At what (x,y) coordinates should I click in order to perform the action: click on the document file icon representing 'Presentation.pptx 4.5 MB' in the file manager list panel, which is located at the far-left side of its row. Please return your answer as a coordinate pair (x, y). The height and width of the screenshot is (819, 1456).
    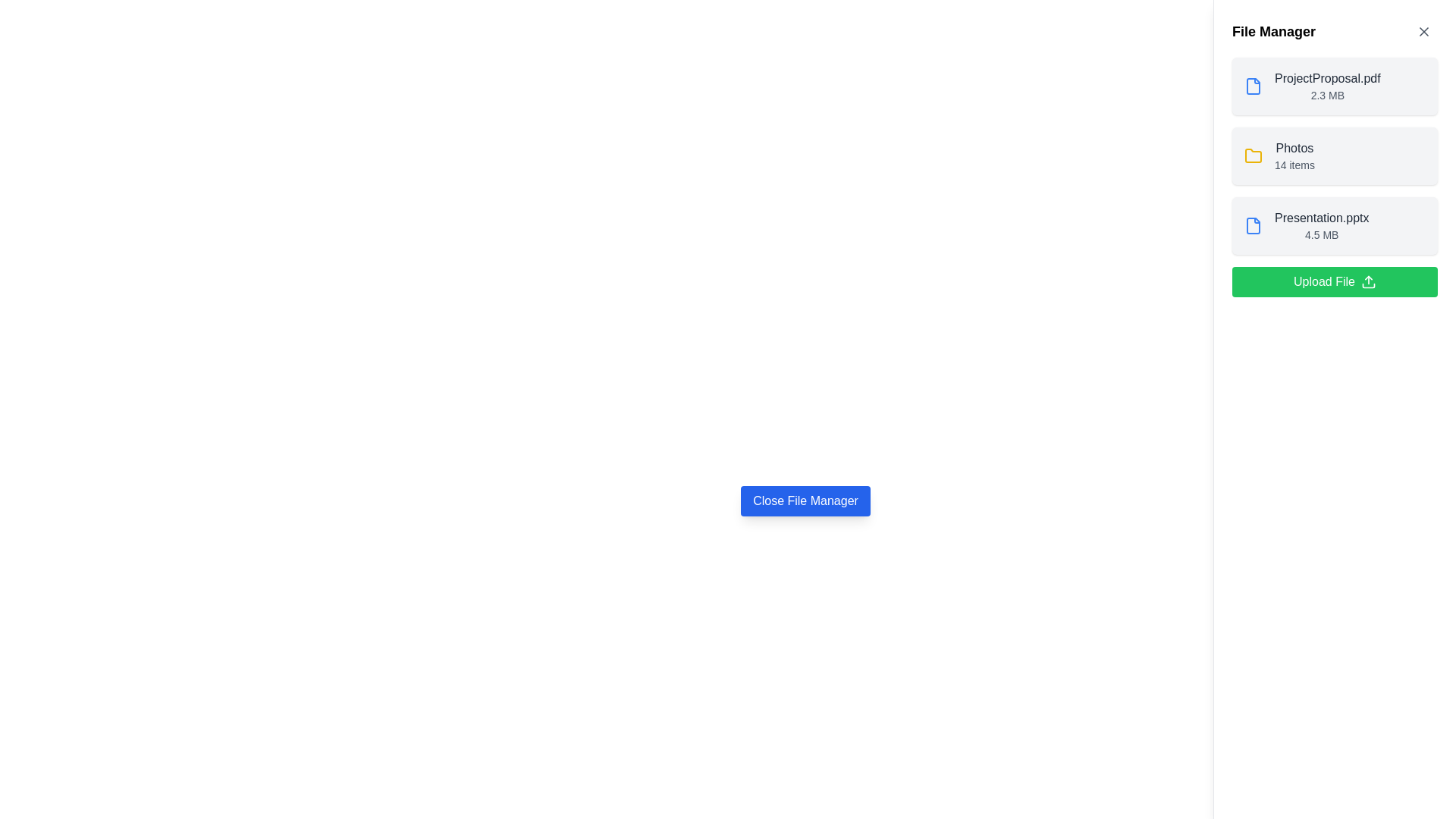
    Looking at the image, I should click on (1253, 225).